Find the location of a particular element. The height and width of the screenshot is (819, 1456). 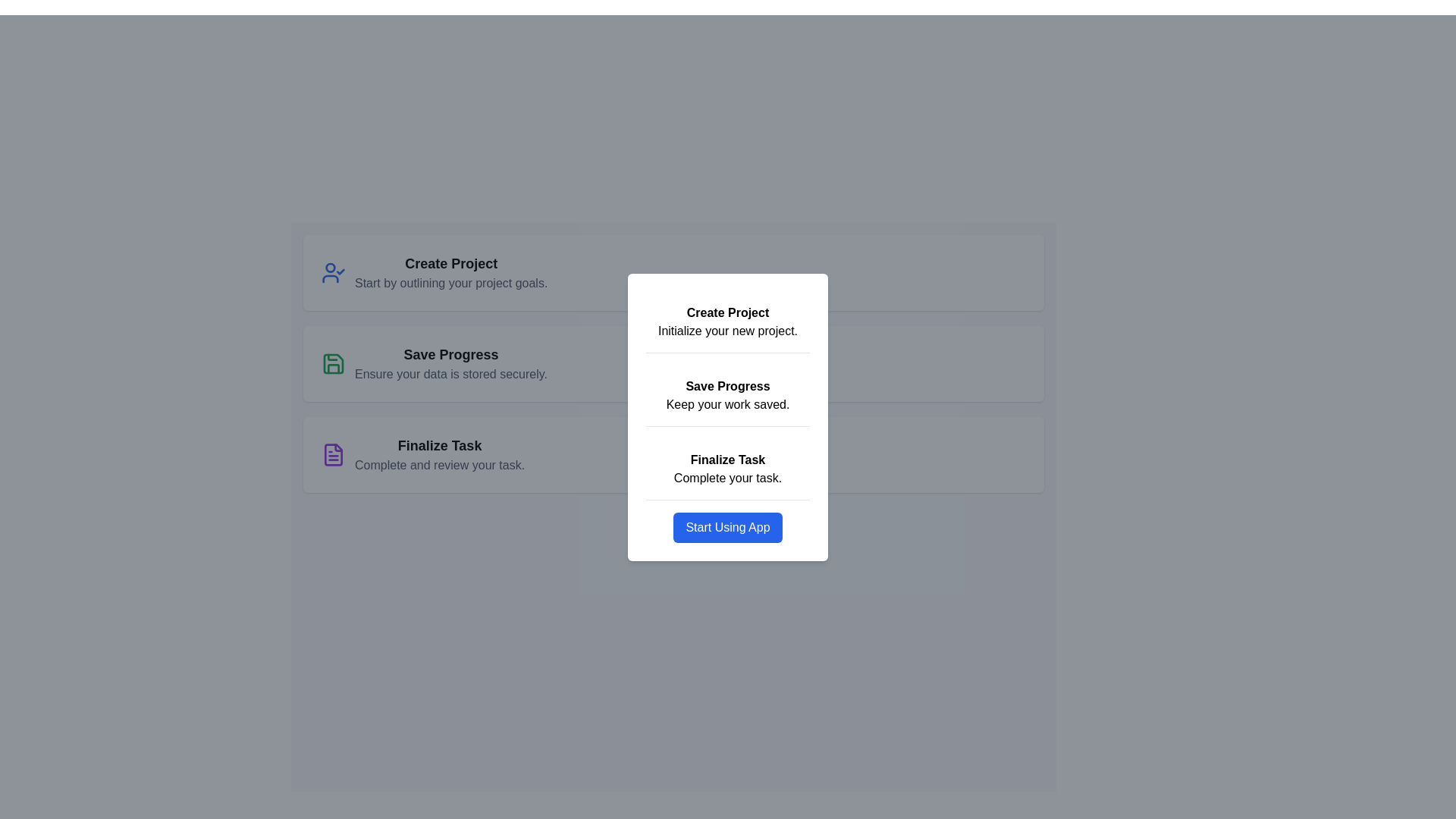

the text label displaying 'Keep your work saved.' located in the 'Save Progress' section, positioned below the bolded heading is located at coordinates (728, 403).